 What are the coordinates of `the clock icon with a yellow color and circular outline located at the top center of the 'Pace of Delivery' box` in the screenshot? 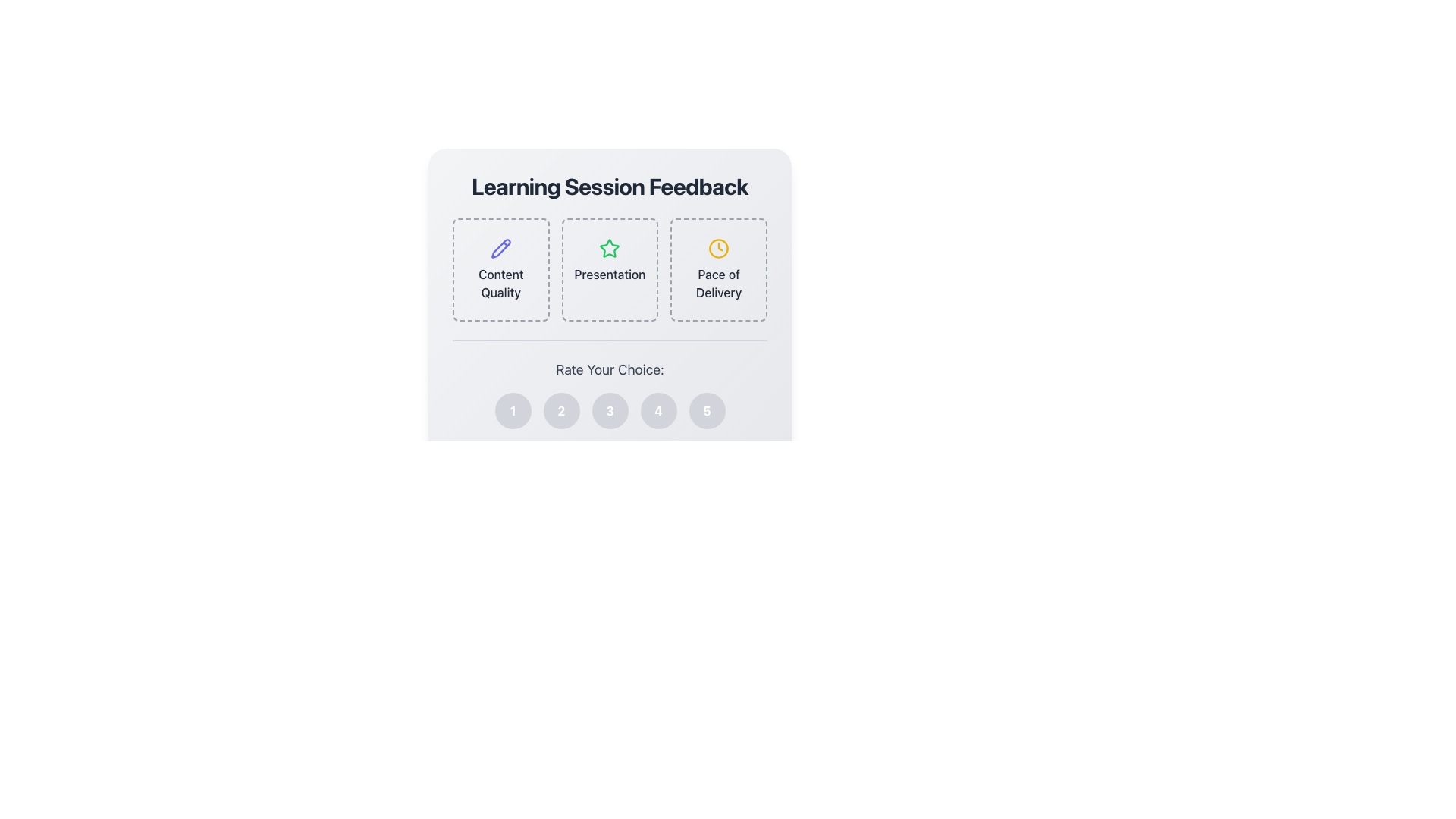 It's located at (718, 247).